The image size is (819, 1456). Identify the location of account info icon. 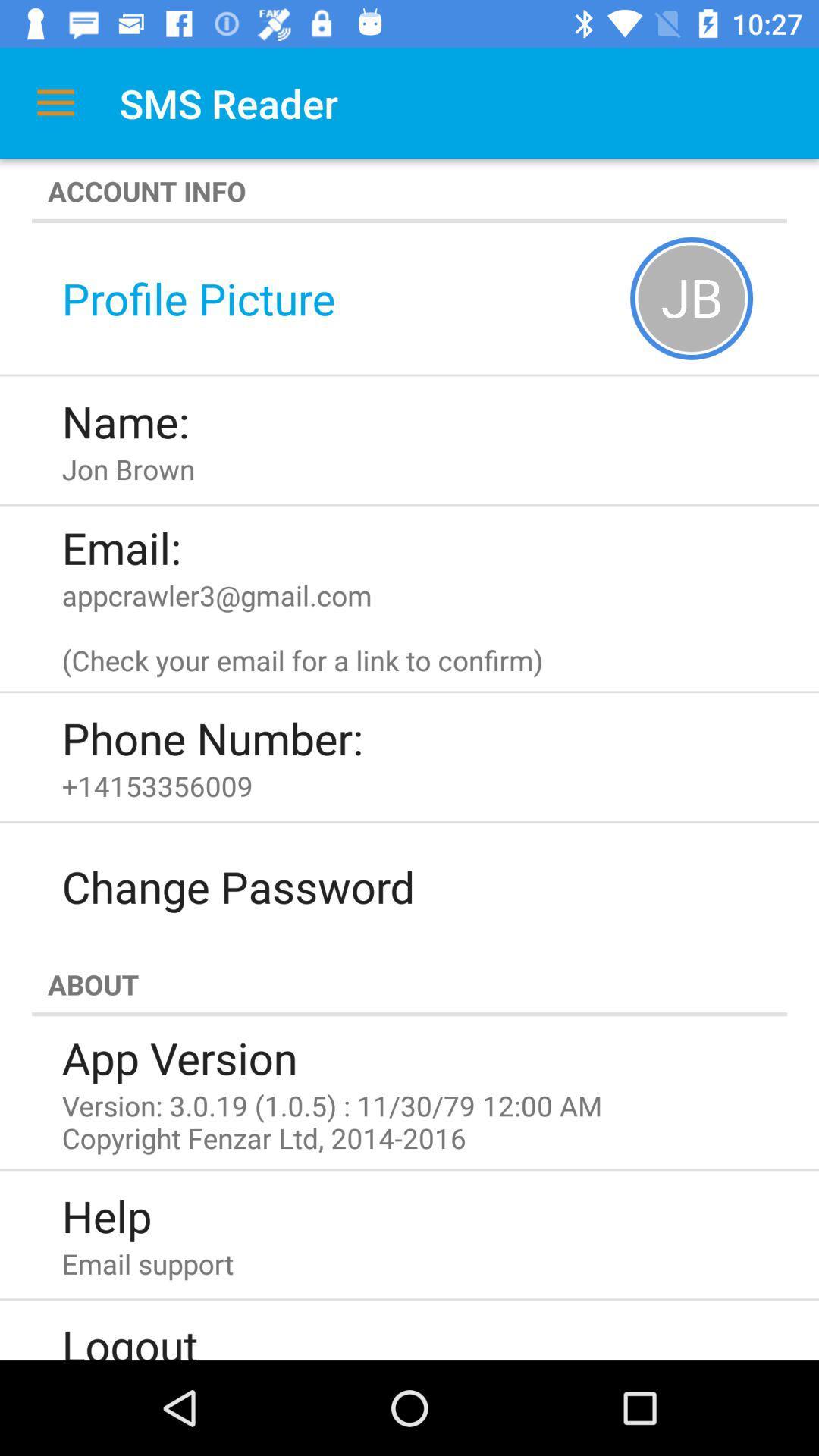
(409, 190).